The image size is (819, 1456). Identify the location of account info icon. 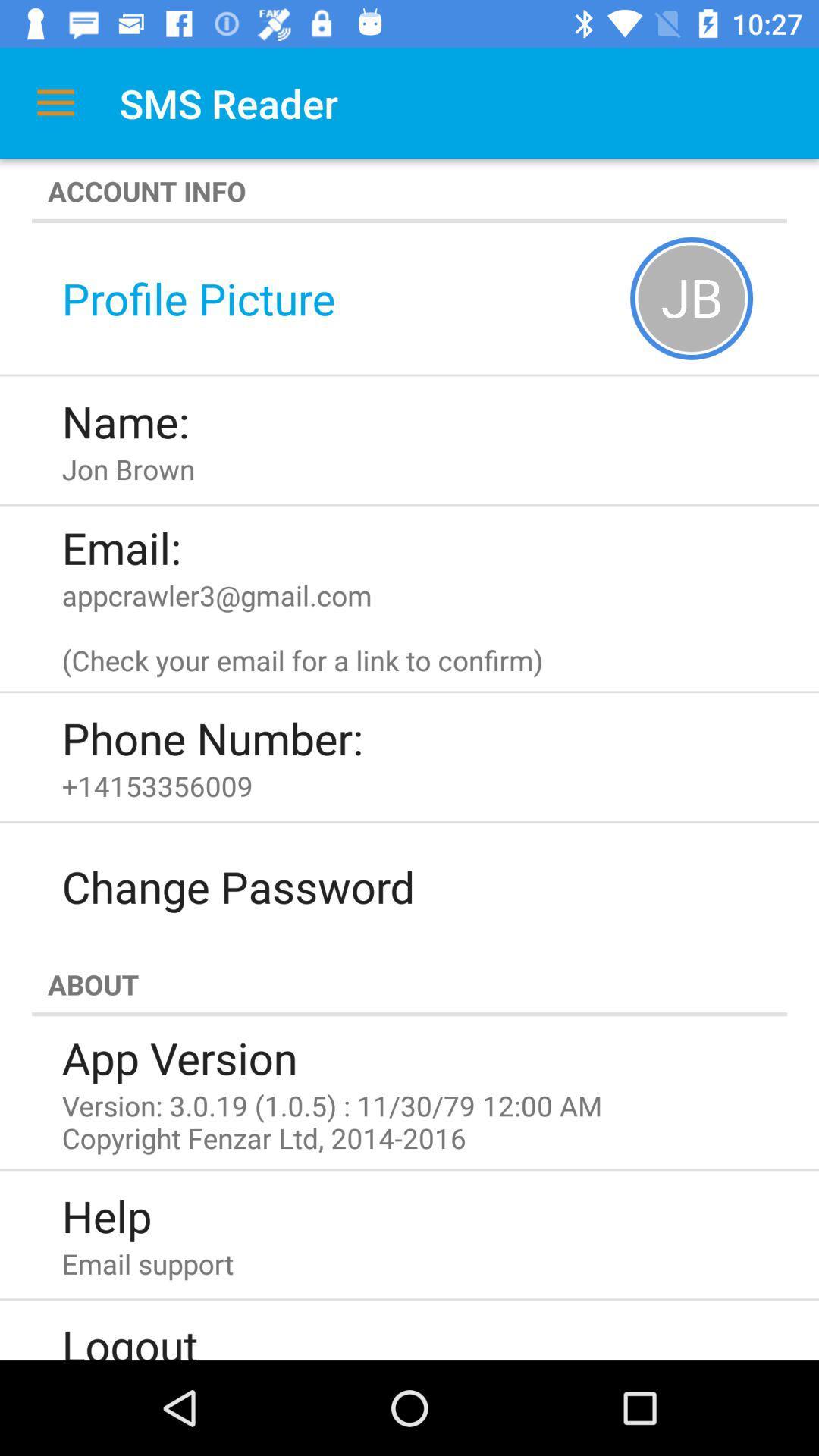
(409, 190).